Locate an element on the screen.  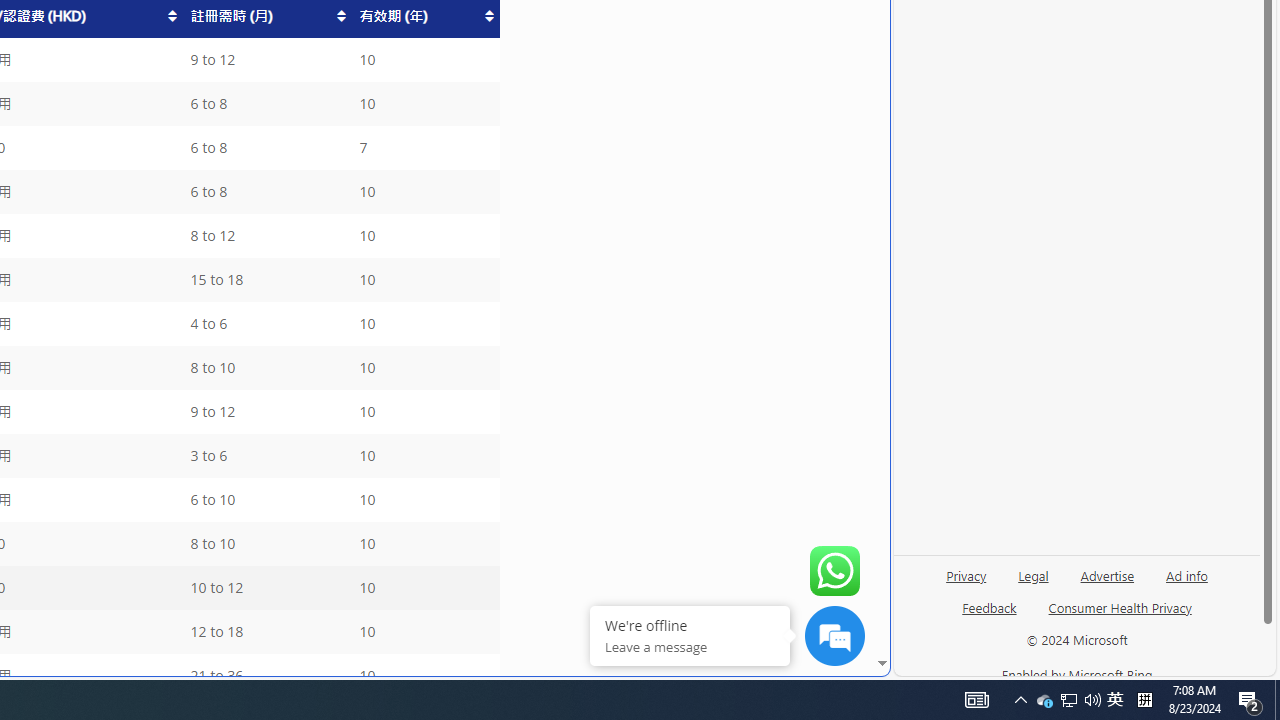
'8 to 10' is located at coordinates (265, 544).